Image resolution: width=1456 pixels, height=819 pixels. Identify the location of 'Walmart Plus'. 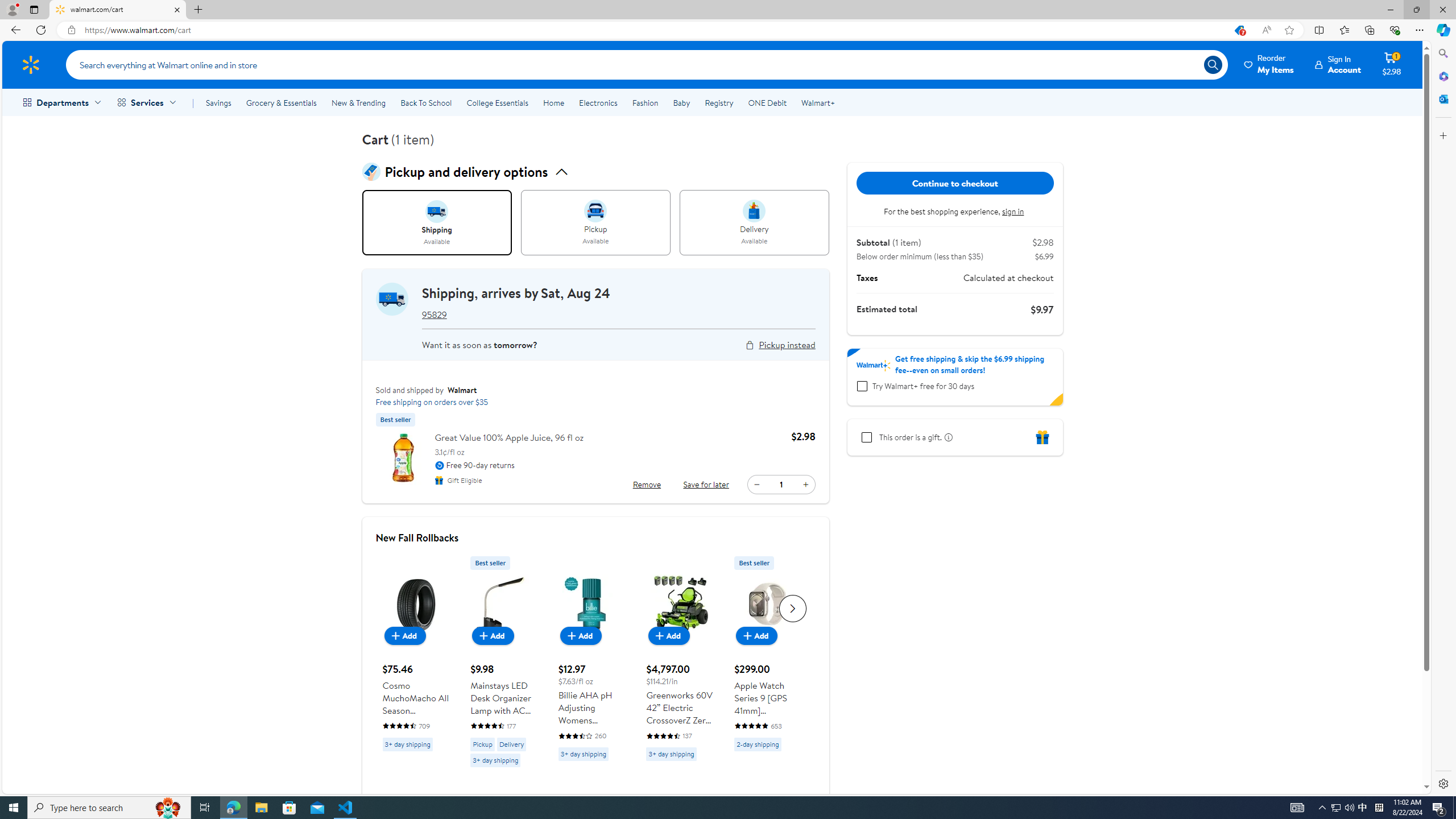
(874, 365).